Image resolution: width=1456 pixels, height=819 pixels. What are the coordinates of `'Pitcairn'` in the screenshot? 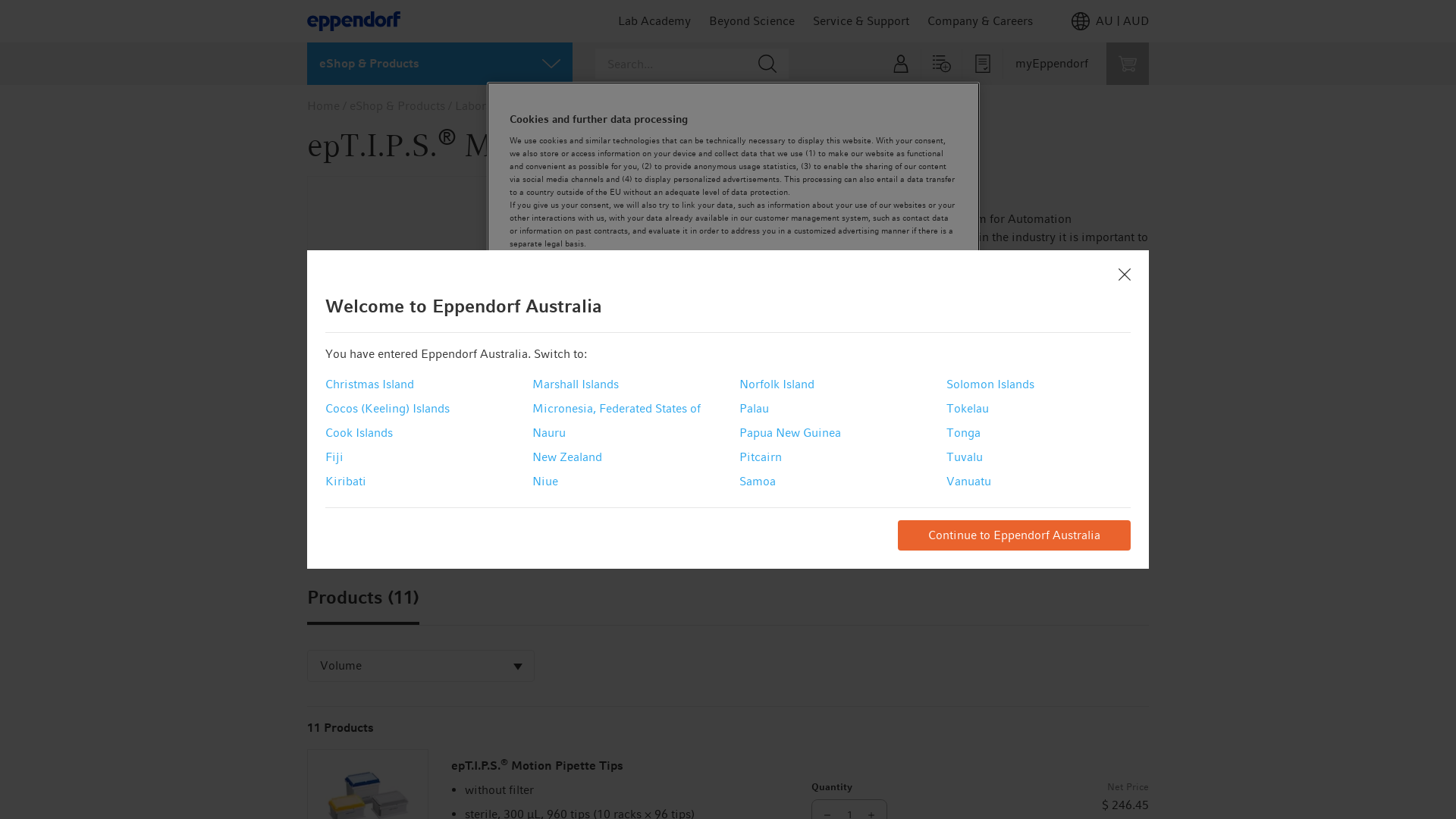 It's located at (761, 456).